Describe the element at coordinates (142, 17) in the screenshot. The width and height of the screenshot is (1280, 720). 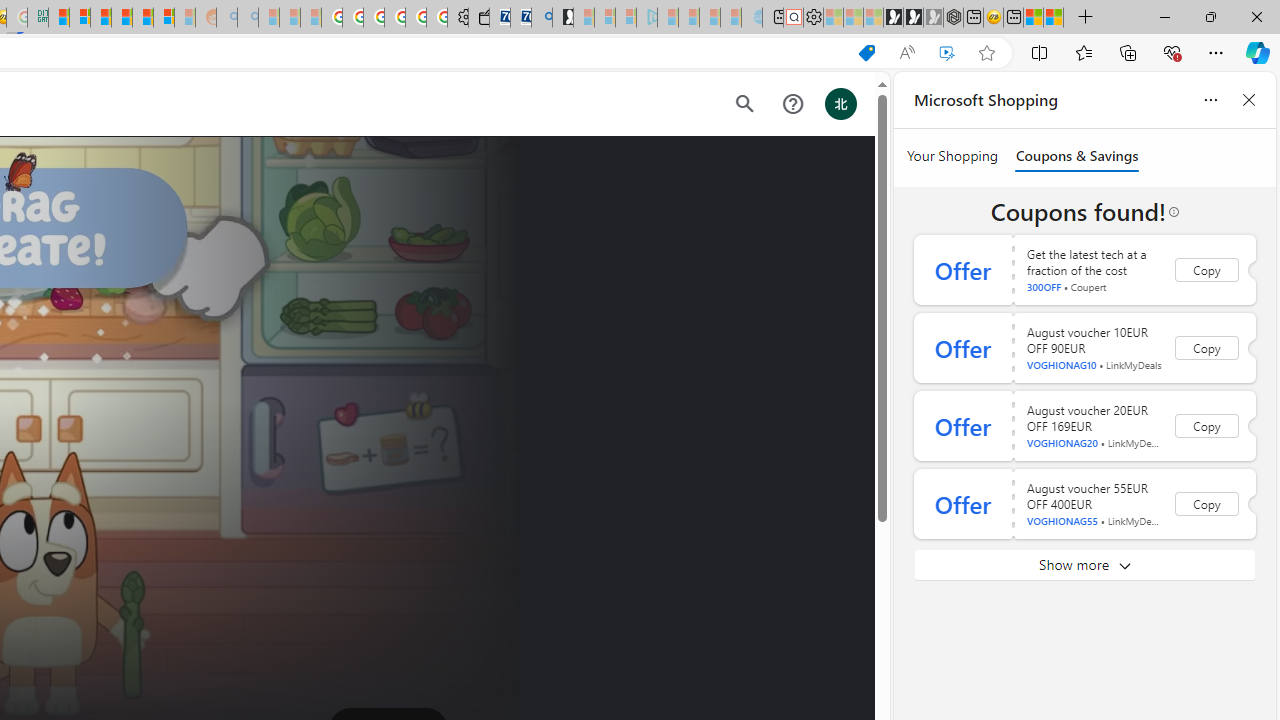
I see `'Kinda Frugal - MSN'` at that location.